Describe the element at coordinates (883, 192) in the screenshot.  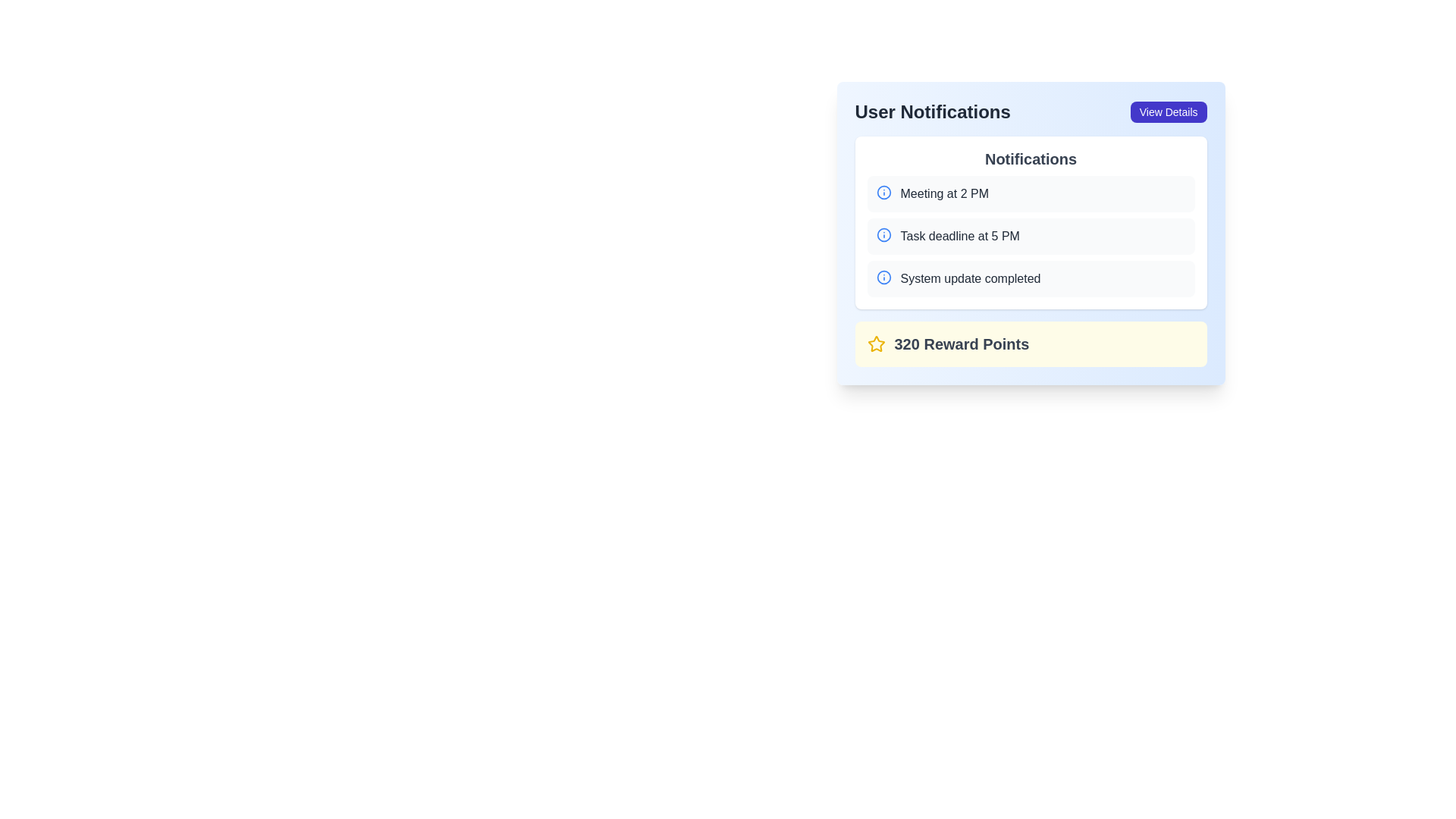
I see `the information icon that signifies additional details related to the notification 'Meeting at 2 PM', which is the first item in the notifications list` at that location.